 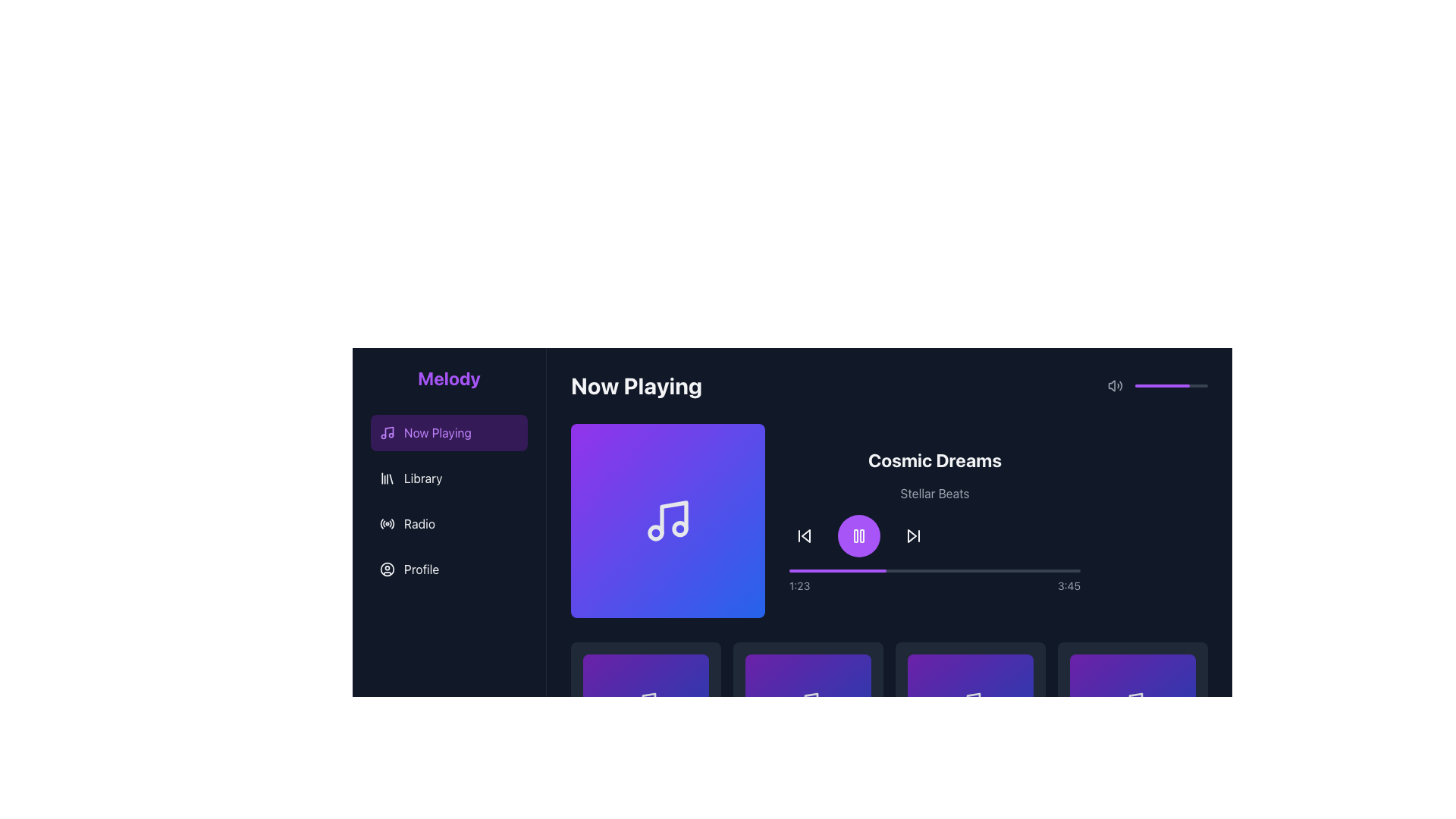 What do you see at coordinates (807, 702) in the screenshot?
I see `the music content SVG icon located in the center of a purple-to-blue gradient card beneath the 'Now Playing' section, positioned in the second row and fourth column of a grid layout` at bounding box center [807, 702].